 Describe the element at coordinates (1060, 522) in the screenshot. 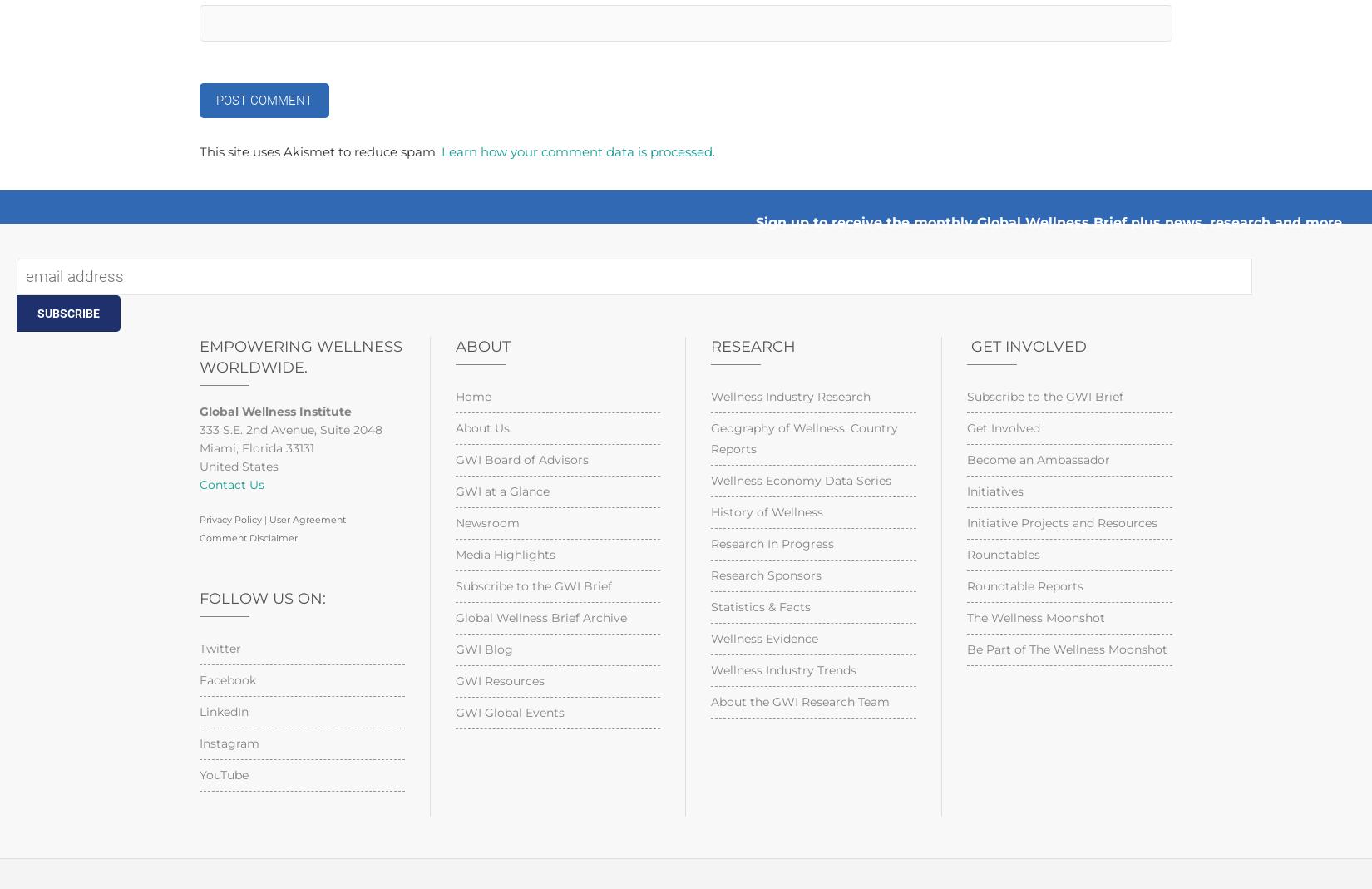

I see `'Initiative Projects and Resources'` at that location.